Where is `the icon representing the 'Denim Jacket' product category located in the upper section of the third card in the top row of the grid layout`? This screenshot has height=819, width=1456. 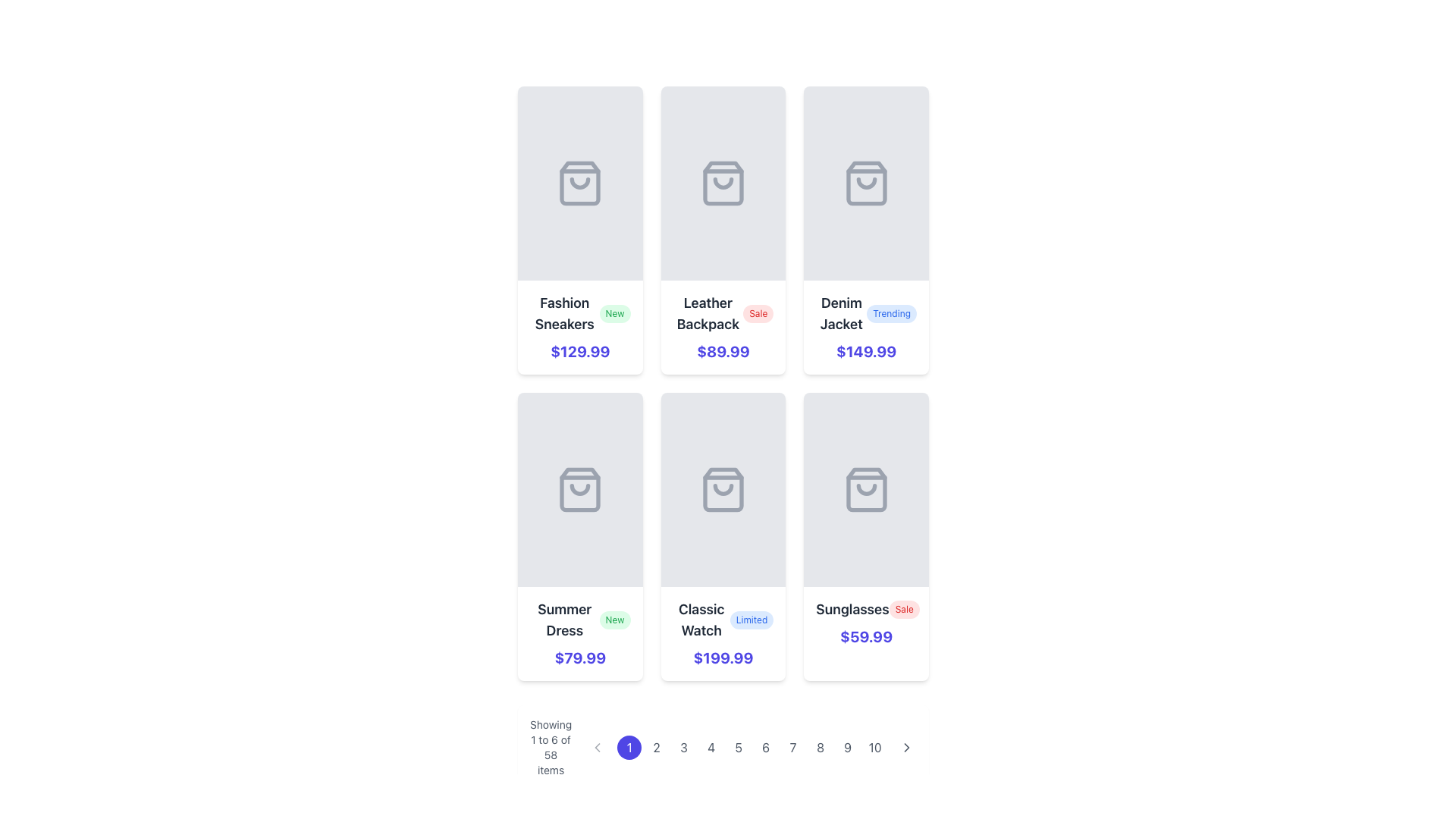 the icon representing the 'Denim Jacket' product category located in the upper section of the third card in the top row of the grid layout is located at coordinates (866, 183).